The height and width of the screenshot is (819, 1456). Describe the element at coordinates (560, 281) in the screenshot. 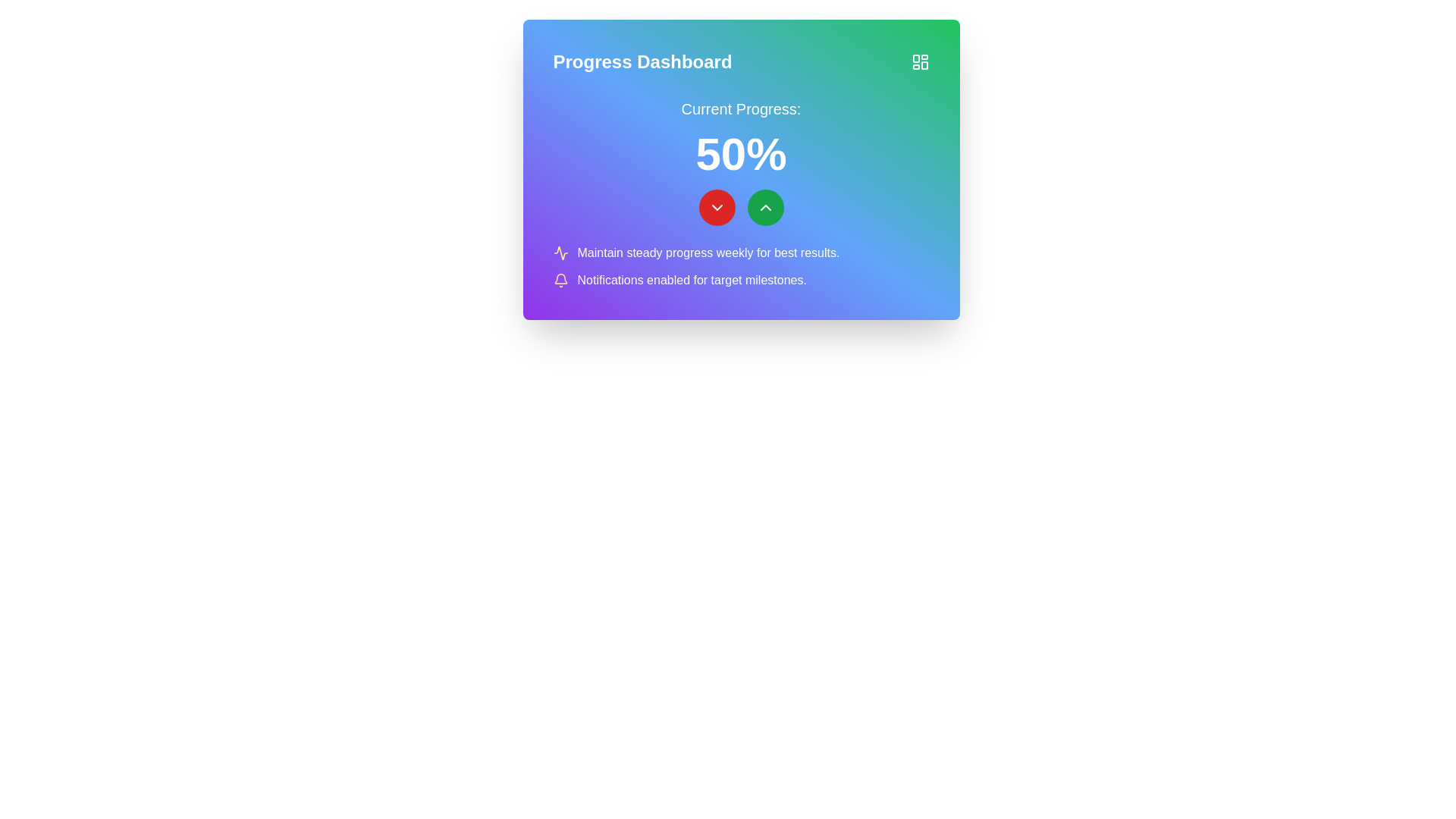

I see `the bell-shaped notification icon with a subtle orange hue located in the notification area of the dashboard to interact with it` at that location.